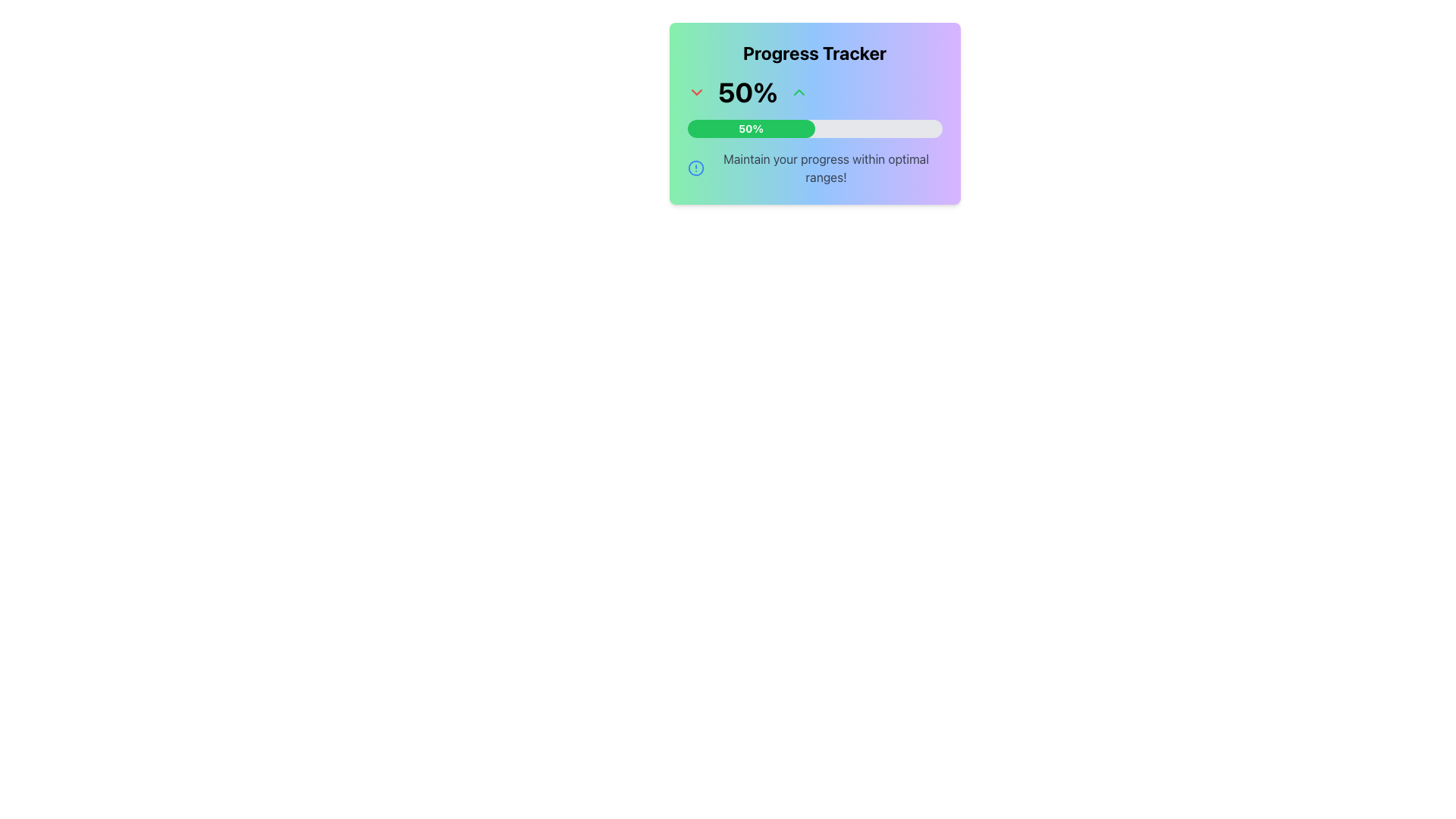 This screenshot has width=1456, height=819. Describe the element at coordinates (814, 127) in the screenshot. I see `the progress visually on the Progress Bar located below the '50%' text within the 'Progress Tracker' card` at that location.